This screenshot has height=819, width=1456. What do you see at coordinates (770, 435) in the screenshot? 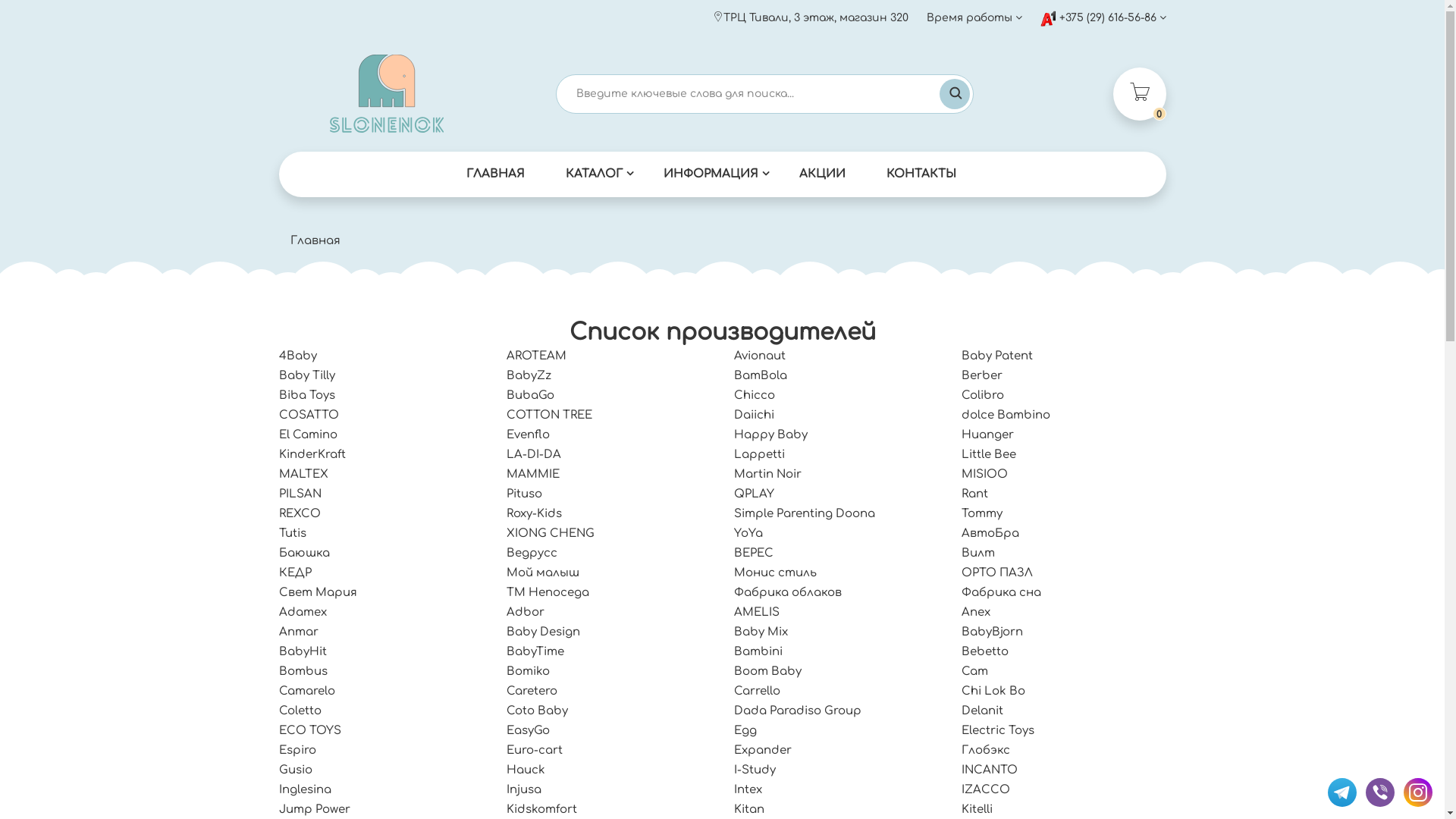
I see `'Happy Baby'` at bounding box center [770, 435].